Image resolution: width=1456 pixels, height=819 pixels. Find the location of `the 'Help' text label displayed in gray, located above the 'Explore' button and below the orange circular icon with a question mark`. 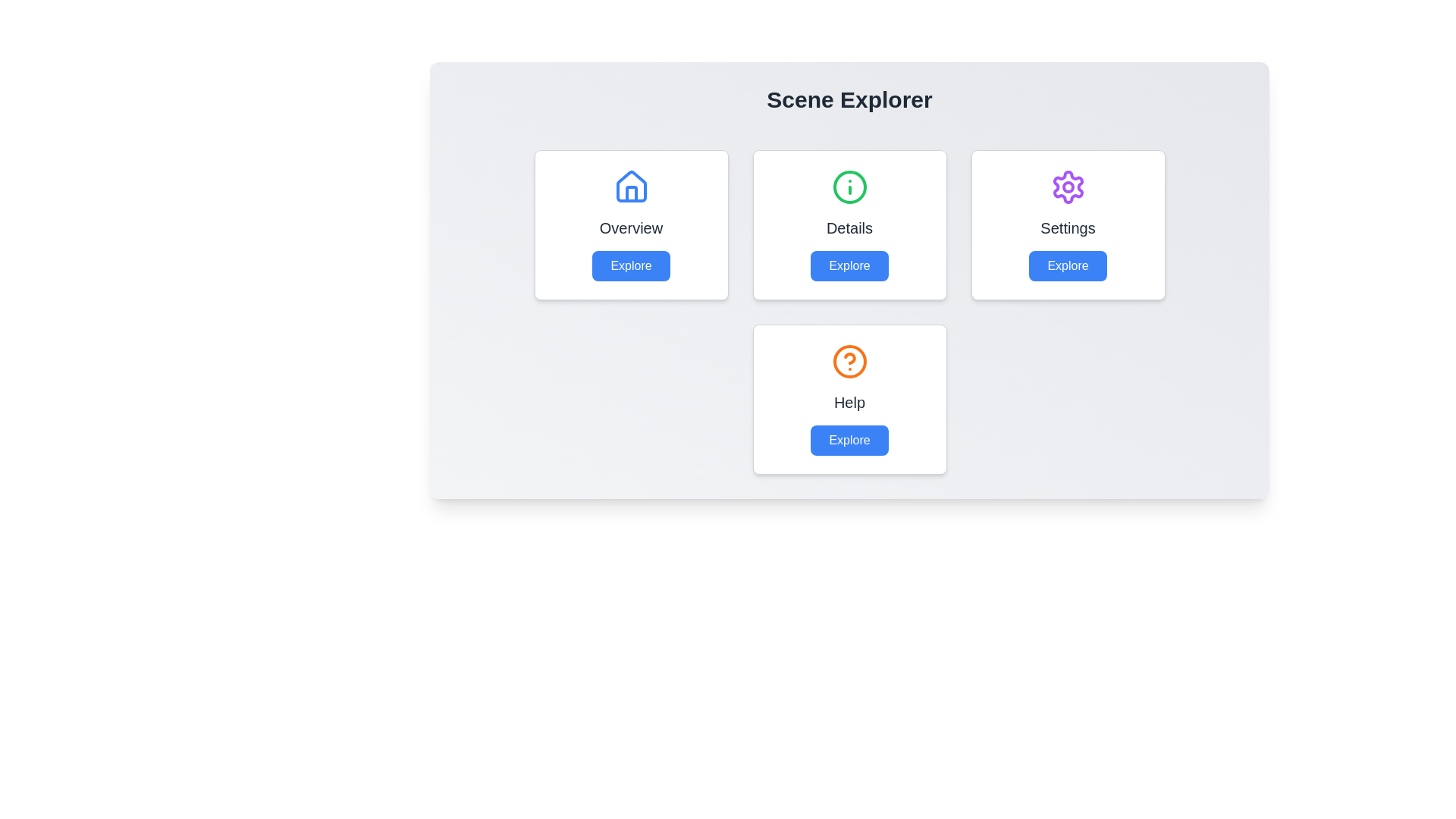

the 'Help' text label displayed in gray, located above the 'Explore' button and below the orange circular icon with a question mark is located at coordinates (849, 402).